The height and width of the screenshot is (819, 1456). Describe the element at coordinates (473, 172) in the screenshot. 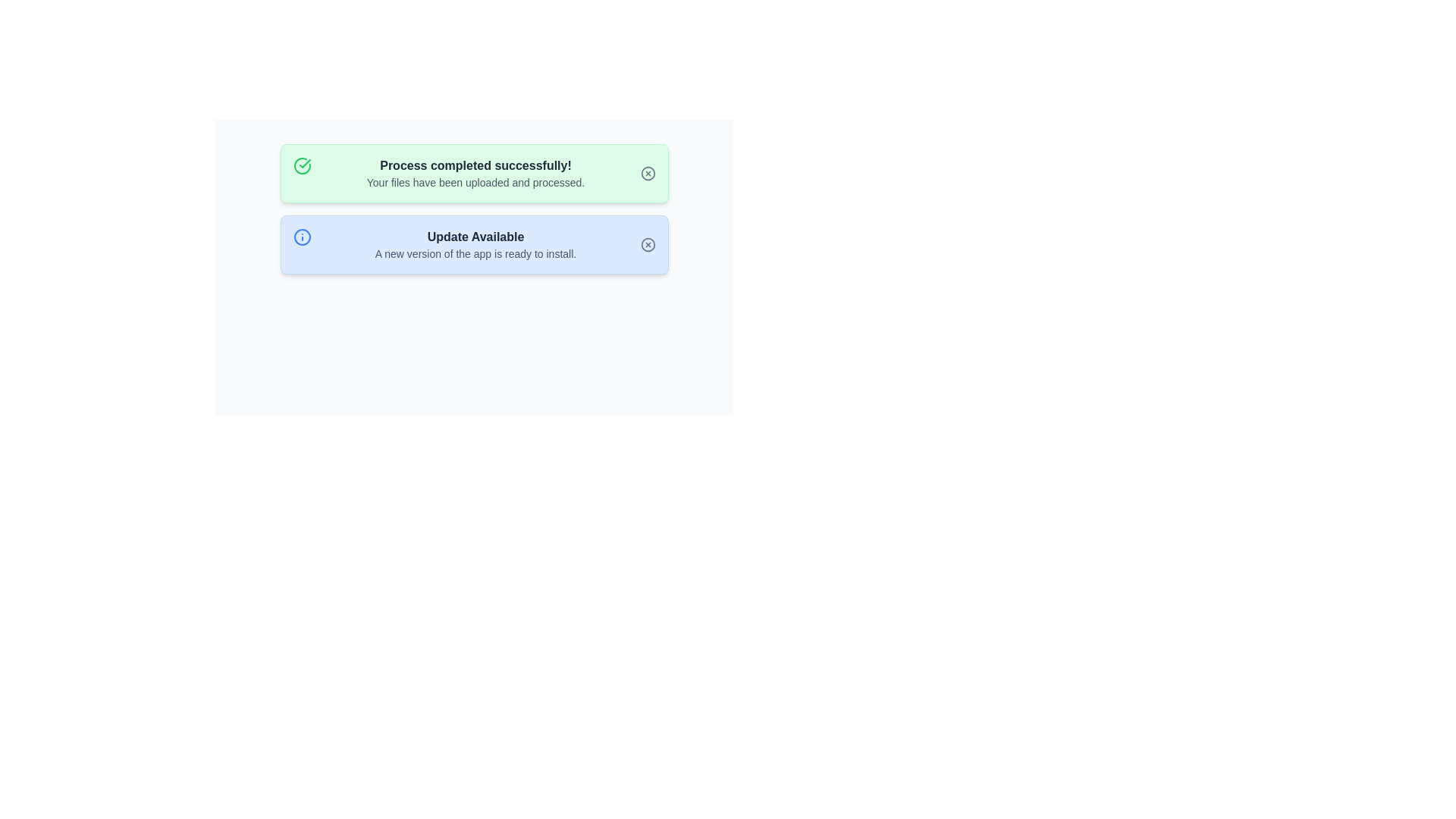

I see `the notification box displaying 'Process completed successfully!' and 'Your files have been uploaded and processed.'` at that location.